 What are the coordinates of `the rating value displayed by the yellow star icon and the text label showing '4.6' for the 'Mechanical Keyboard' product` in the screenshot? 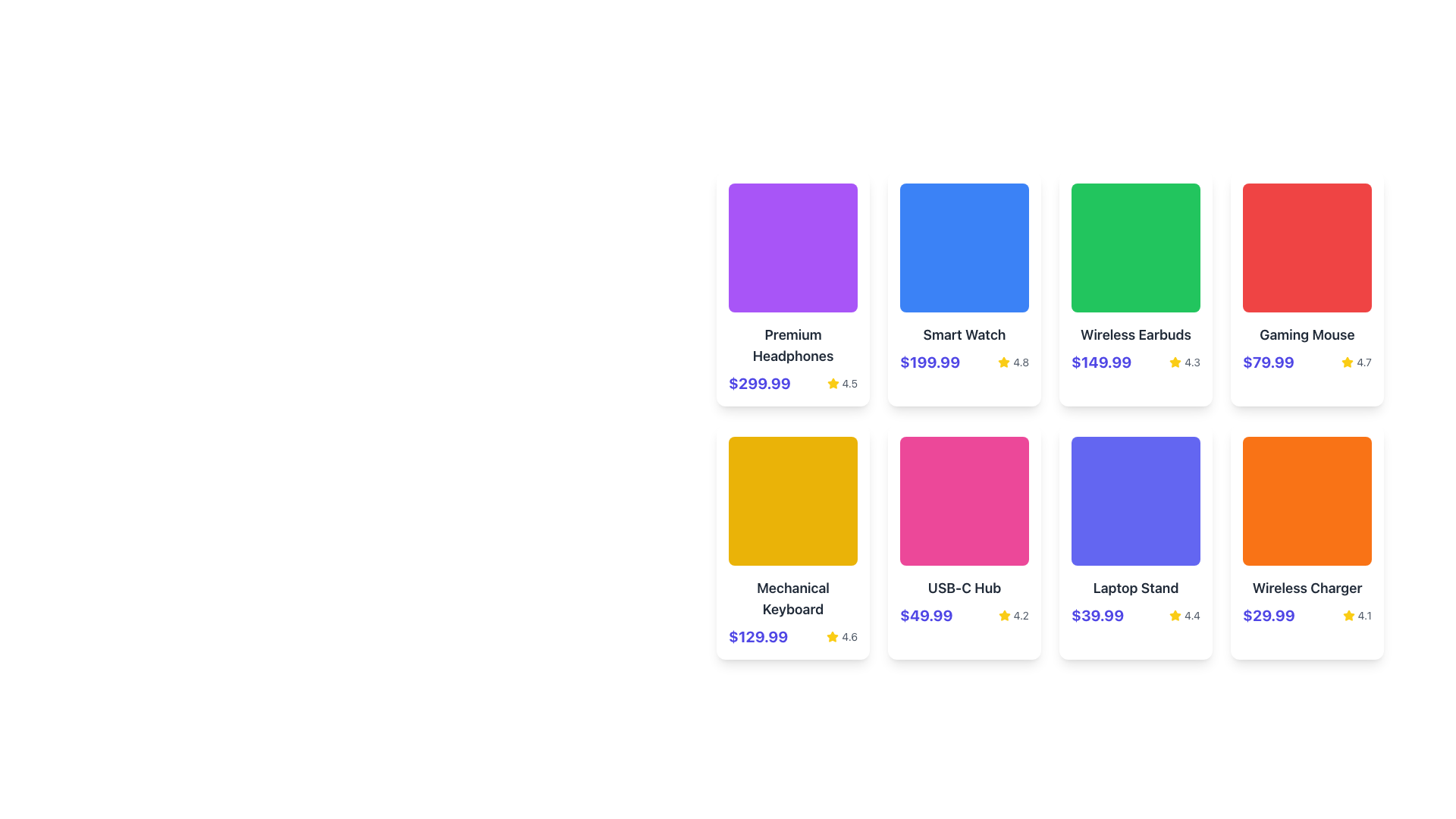 It's located at (841, 637).